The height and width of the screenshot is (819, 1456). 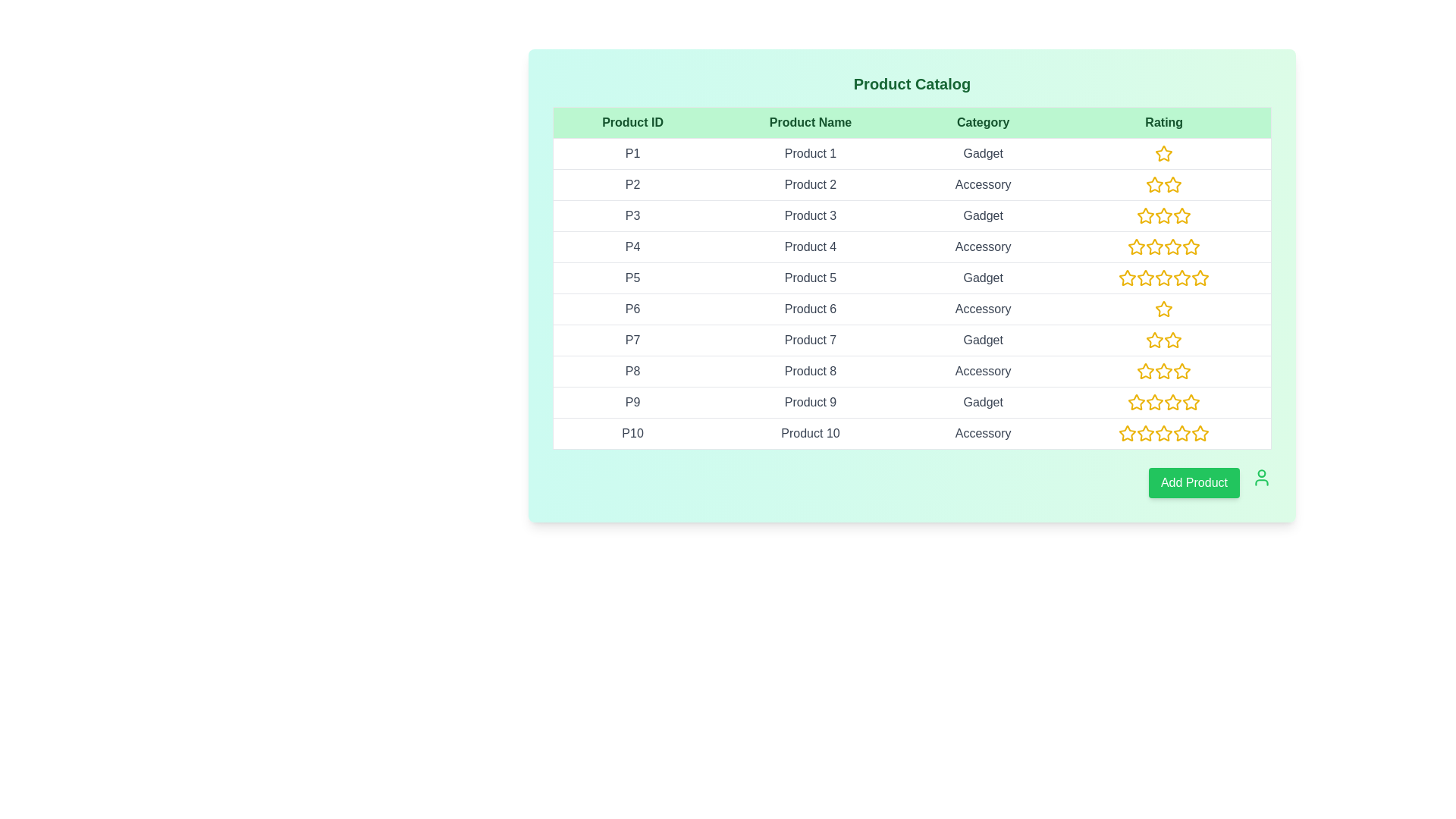 I want to click on the 'Add Product' button, so click(x=1193, y=482).